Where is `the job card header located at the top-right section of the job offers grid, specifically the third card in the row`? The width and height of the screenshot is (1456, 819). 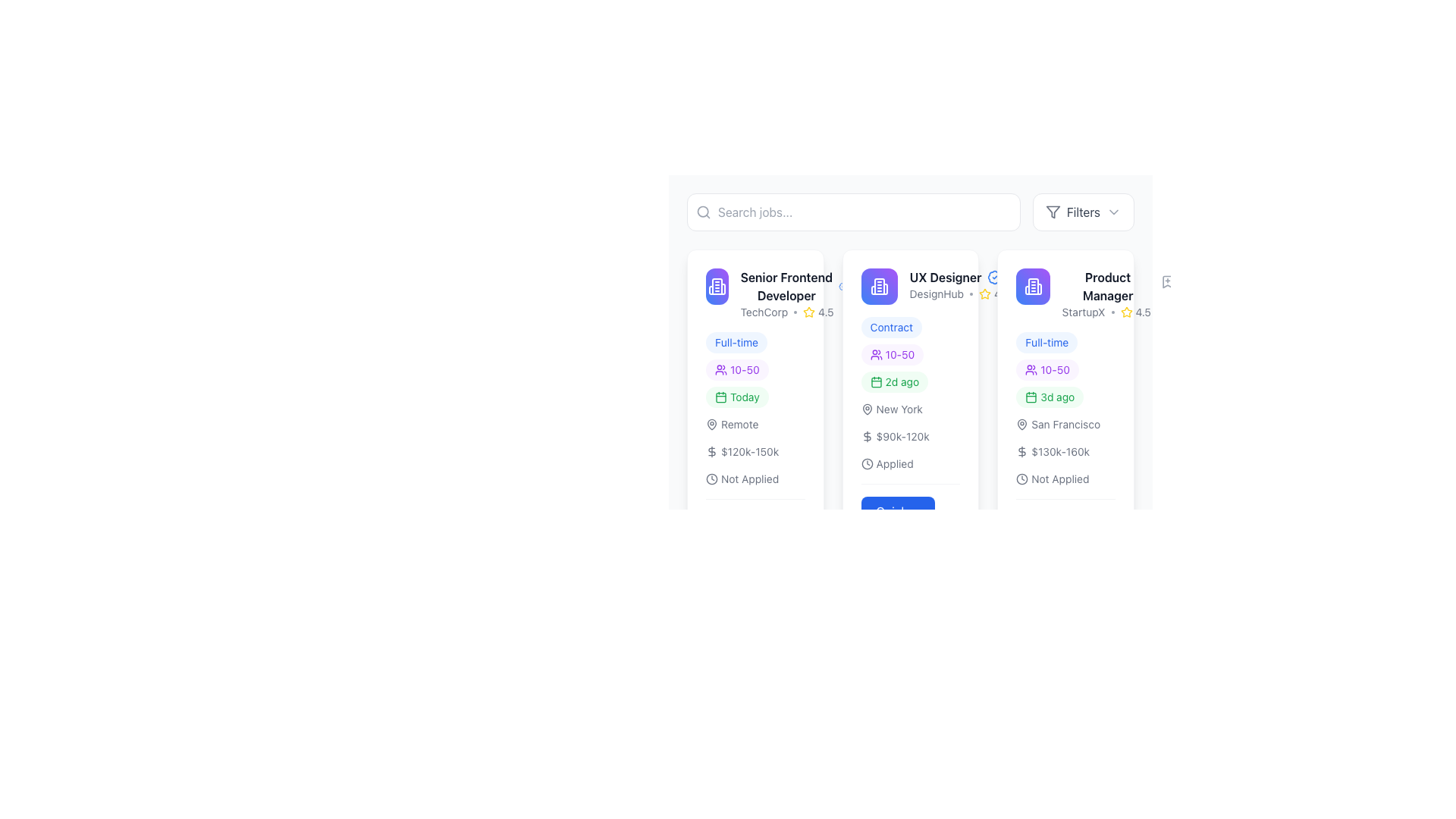
the job card header located at the top-right section of the job offers grid, specifically the third card in the row is located at coordinates (1084, 294).